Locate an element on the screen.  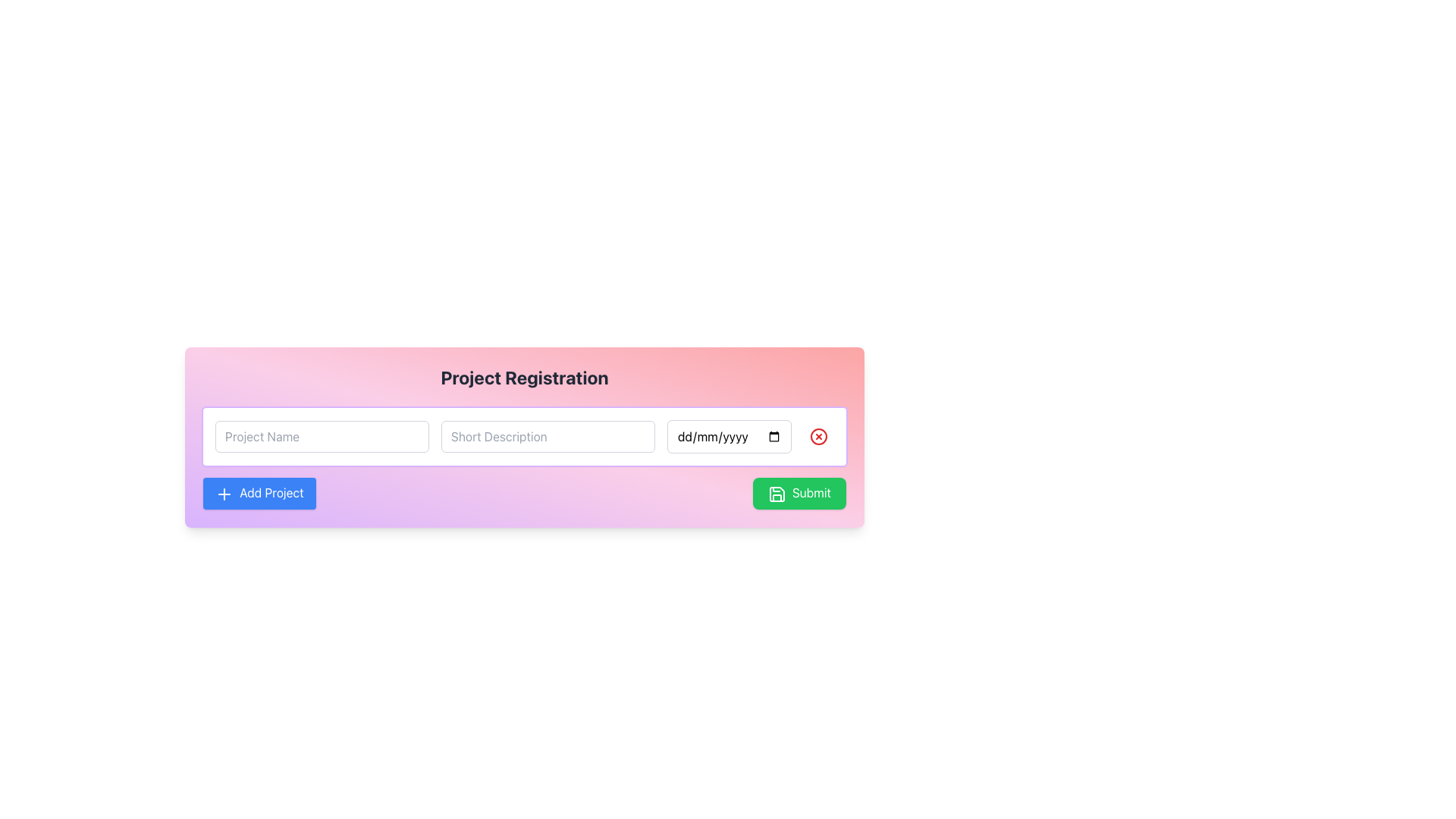
the circular close button with a red border and diagonal cross pattern, located to the right of the date input field is located at coordinates (818, 436).